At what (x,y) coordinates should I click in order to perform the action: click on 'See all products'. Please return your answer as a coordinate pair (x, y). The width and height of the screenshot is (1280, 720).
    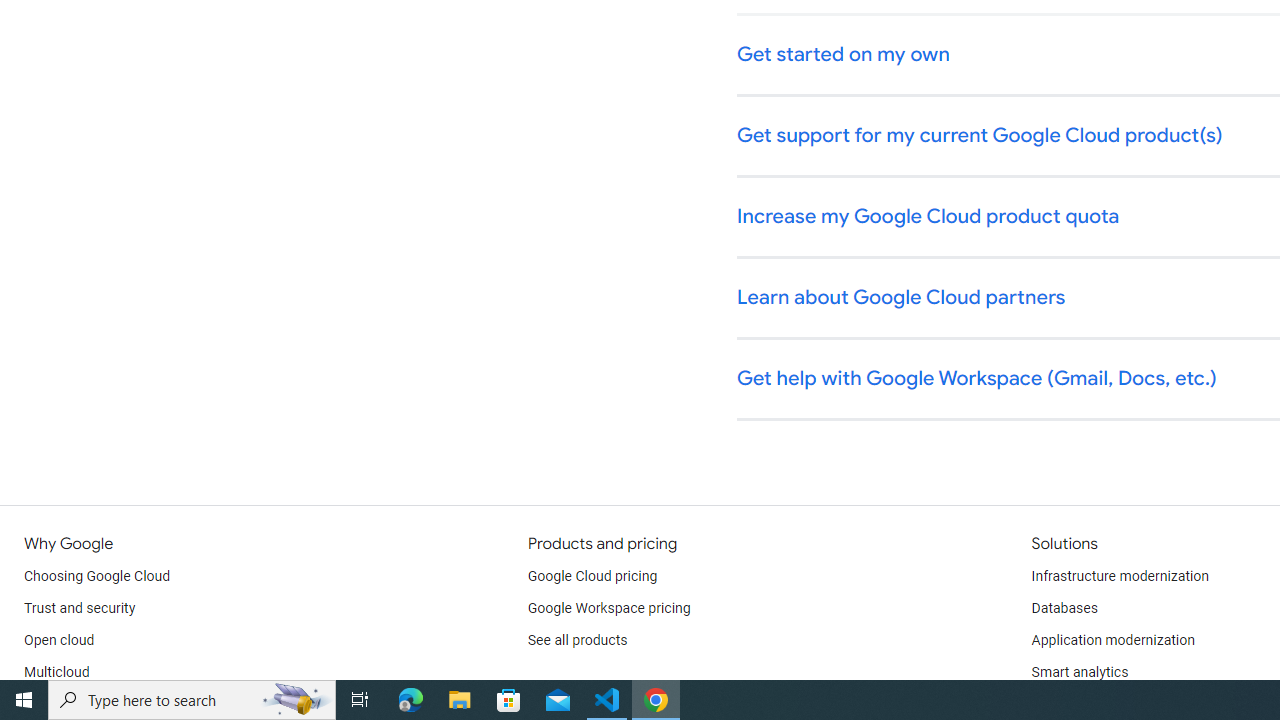
    Looking at the image, I should click on (576, 640).